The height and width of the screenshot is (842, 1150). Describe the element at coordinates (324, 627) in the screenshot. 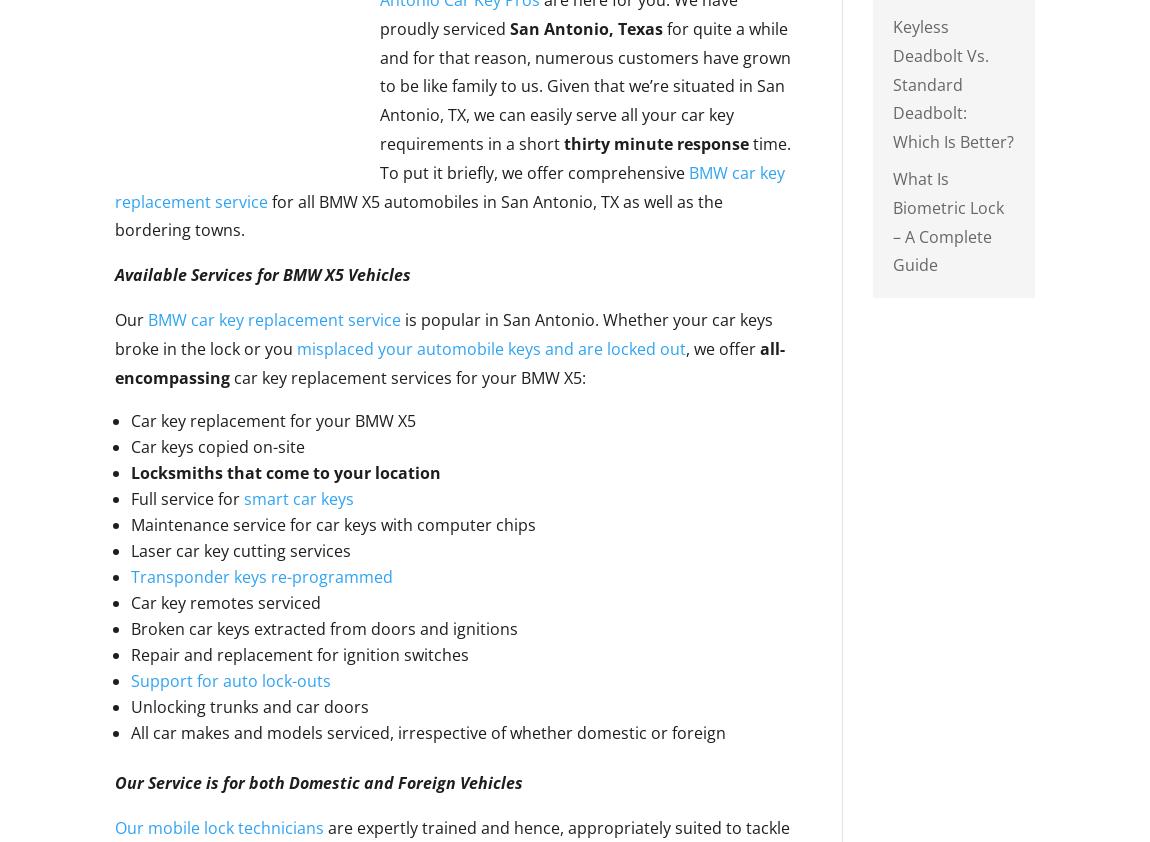

I see `'Broken car keys extracted from doors and ignitions'` at that location.